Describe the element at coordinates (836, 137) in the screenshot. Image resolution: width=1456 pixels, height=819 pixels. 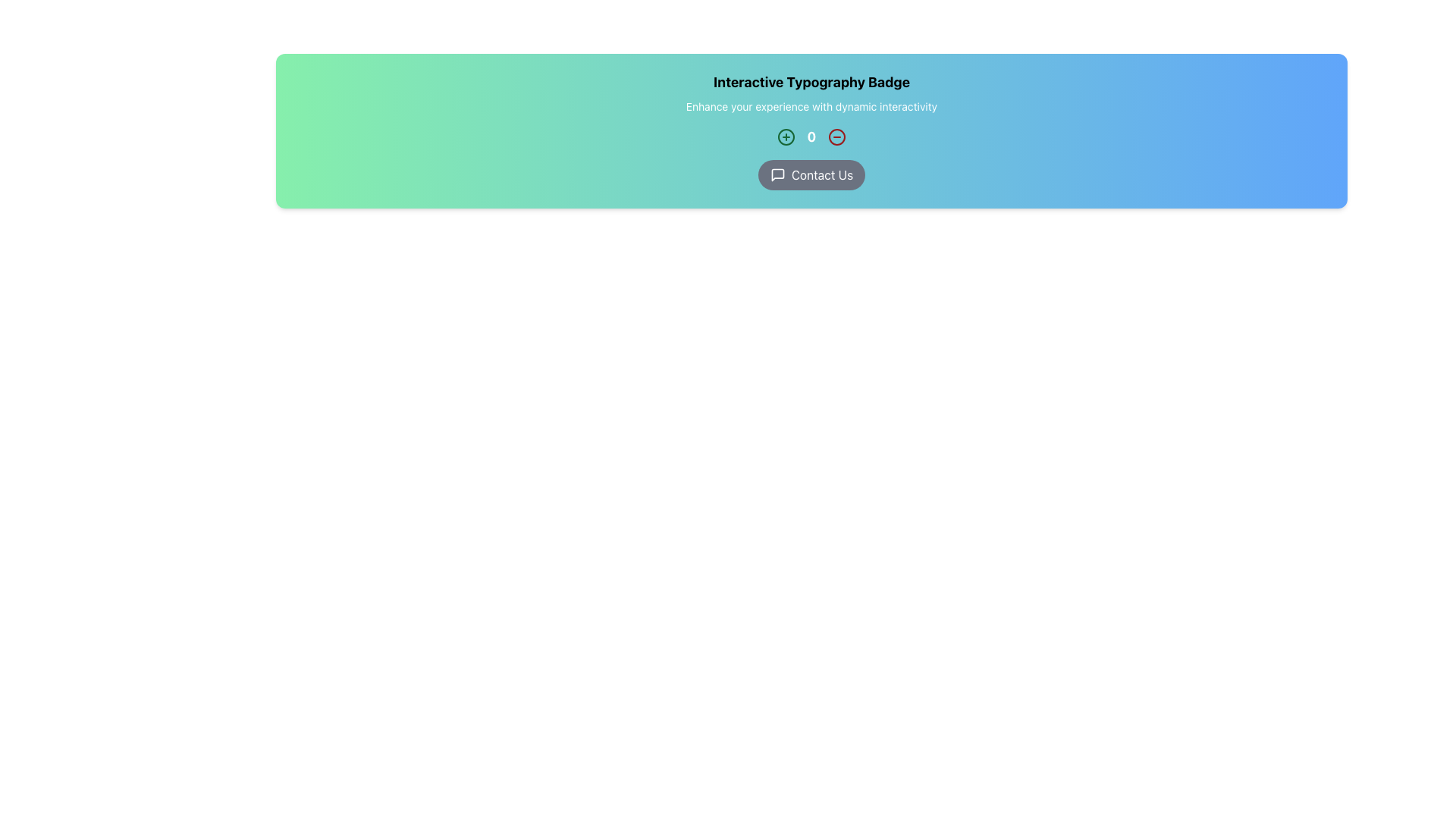
I see `the outer circle of the icon, which is part of a button-like structure in the graphical interface` at that location.